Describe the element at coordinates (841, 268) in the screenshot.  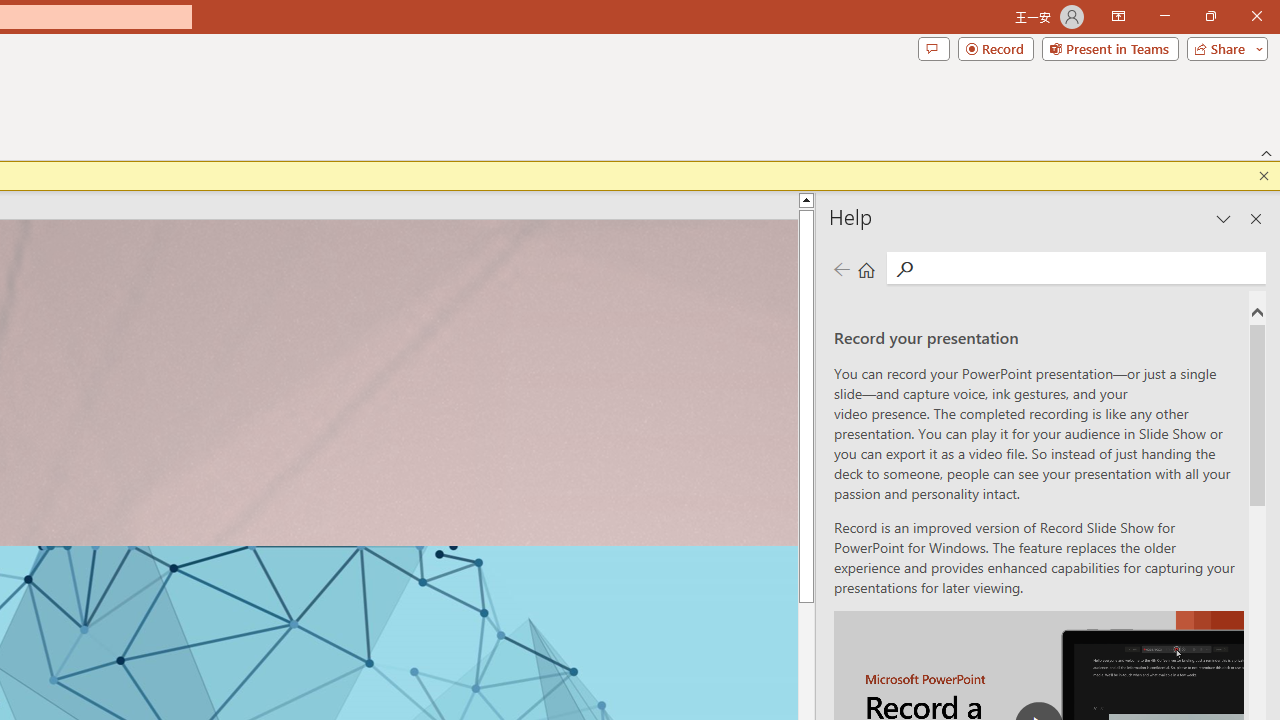
I see `'Previous page'` at that location.